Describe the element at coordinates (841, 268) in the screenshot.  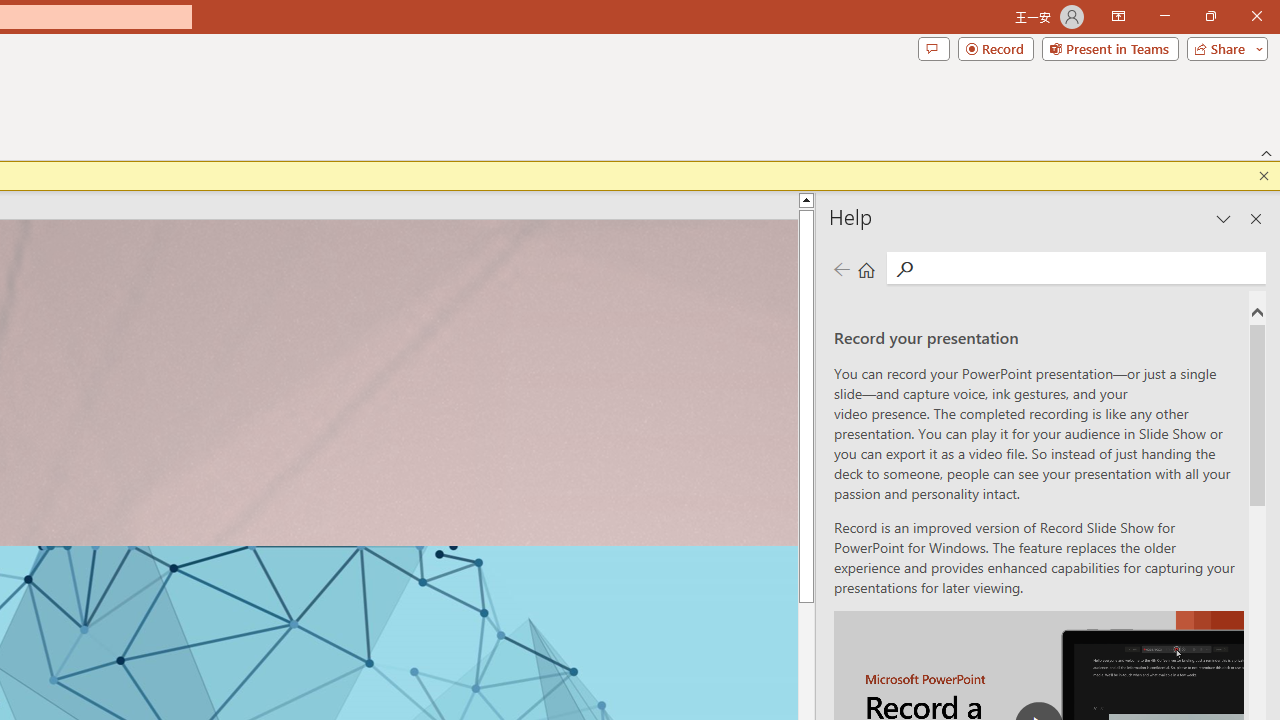
I see `'Previous page'` at that location.